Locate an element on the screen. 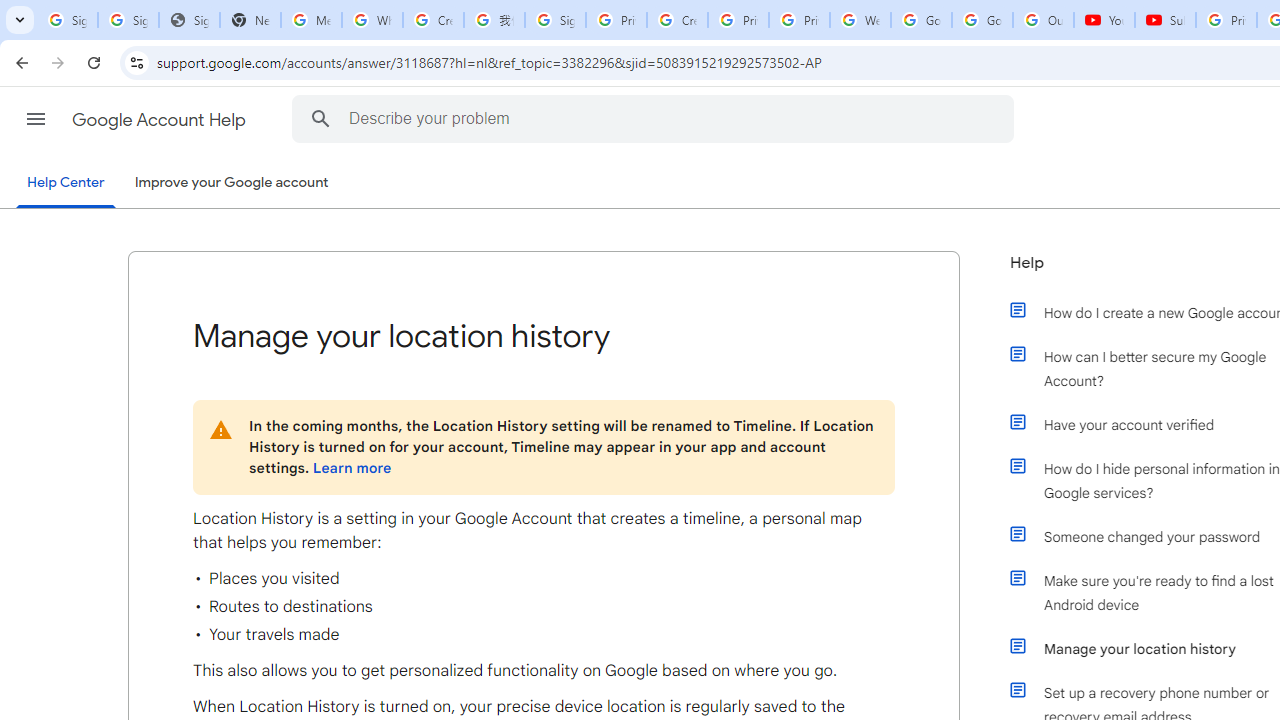 The image size is (1280, 720). 'YouTube' is located at coordinates (1103, 20).